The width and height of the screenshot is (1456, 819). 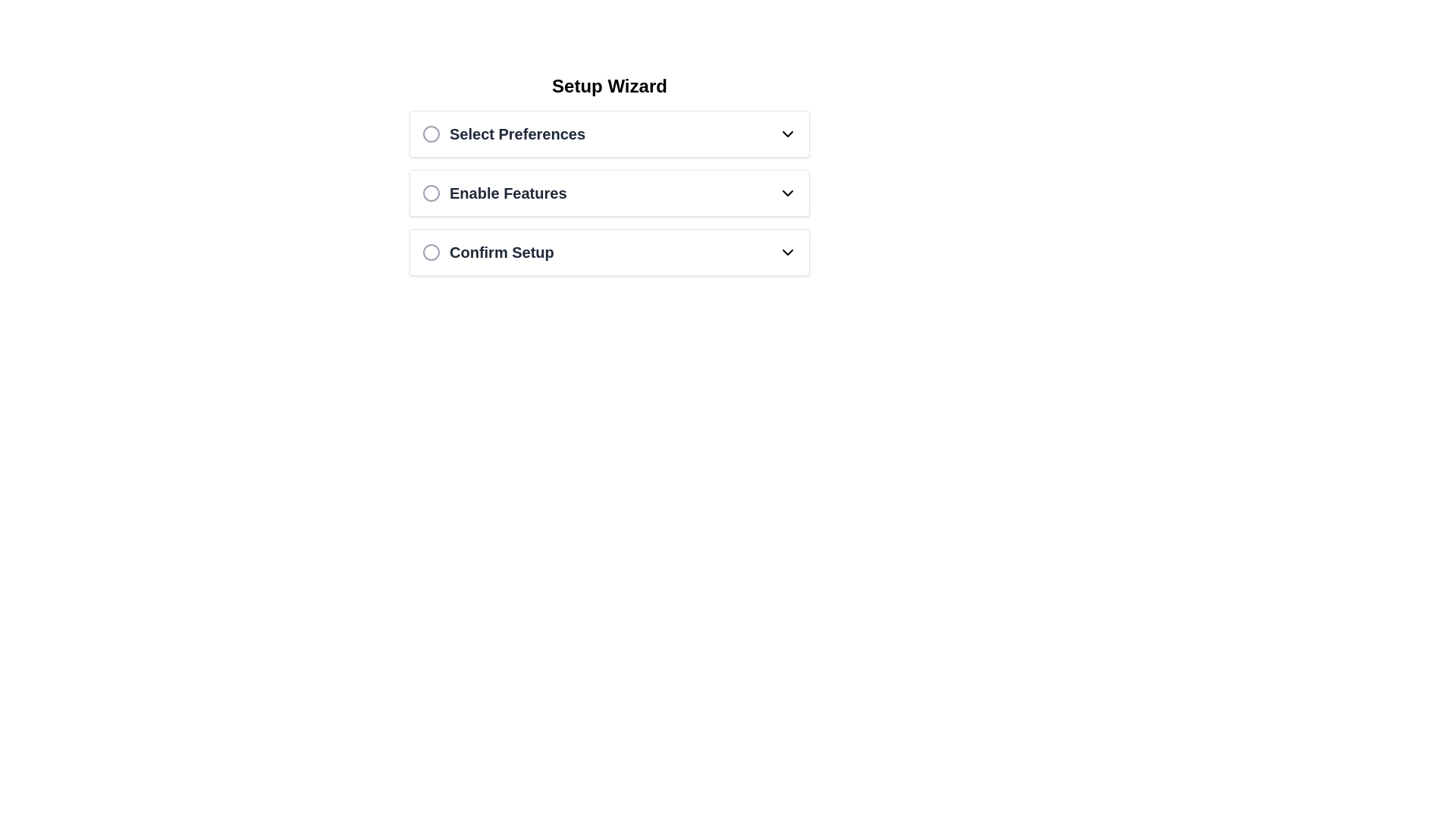 I want to click on the black downward-facing chevron icon indicating a dropdown in the 'Enable Features' section, so click(x=787, y=192).